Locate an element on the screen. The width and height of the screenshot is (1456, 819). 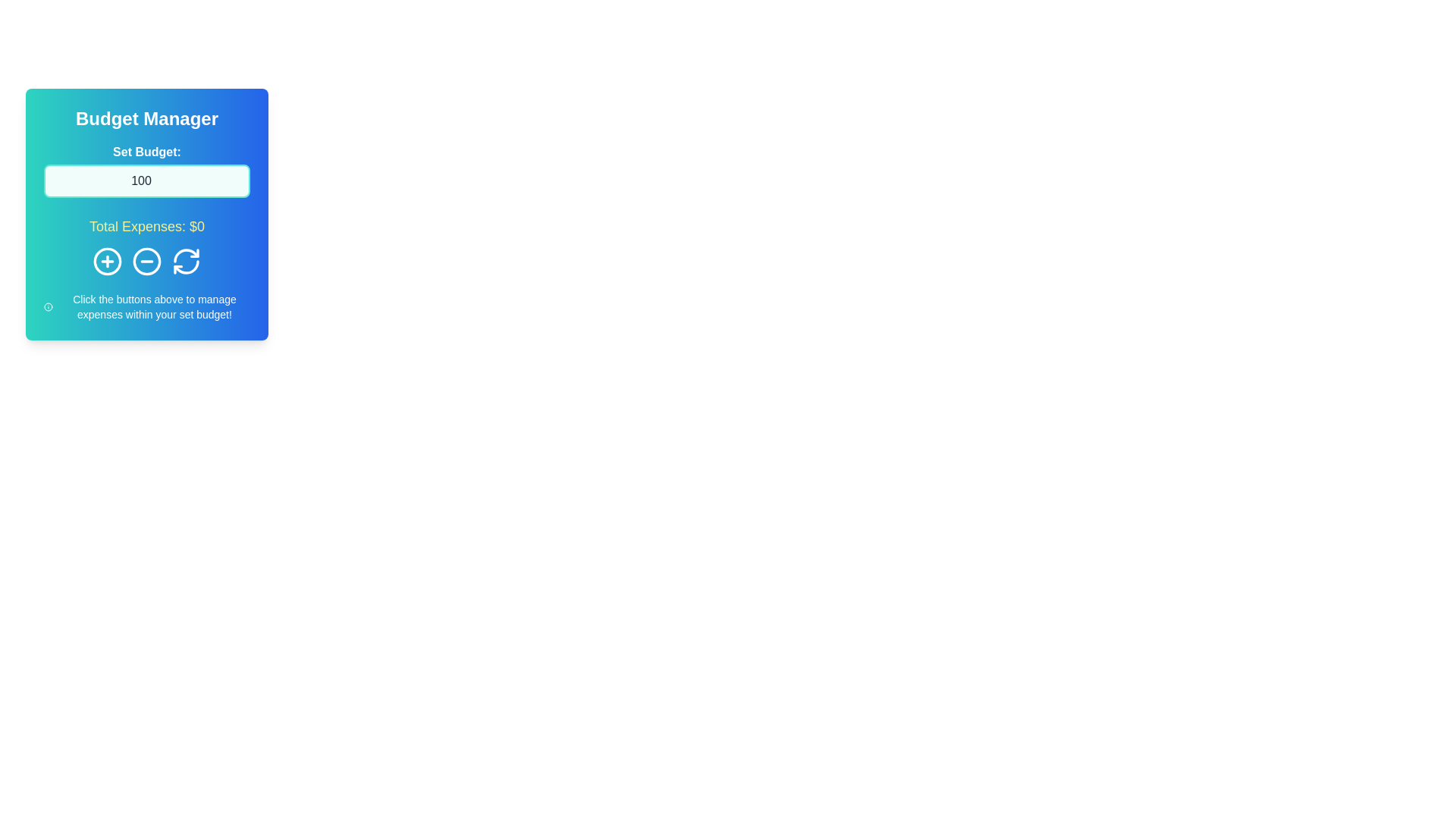
the central button in the row of three buttons, which functions to decrease a value is located at coordinates (146, 260).